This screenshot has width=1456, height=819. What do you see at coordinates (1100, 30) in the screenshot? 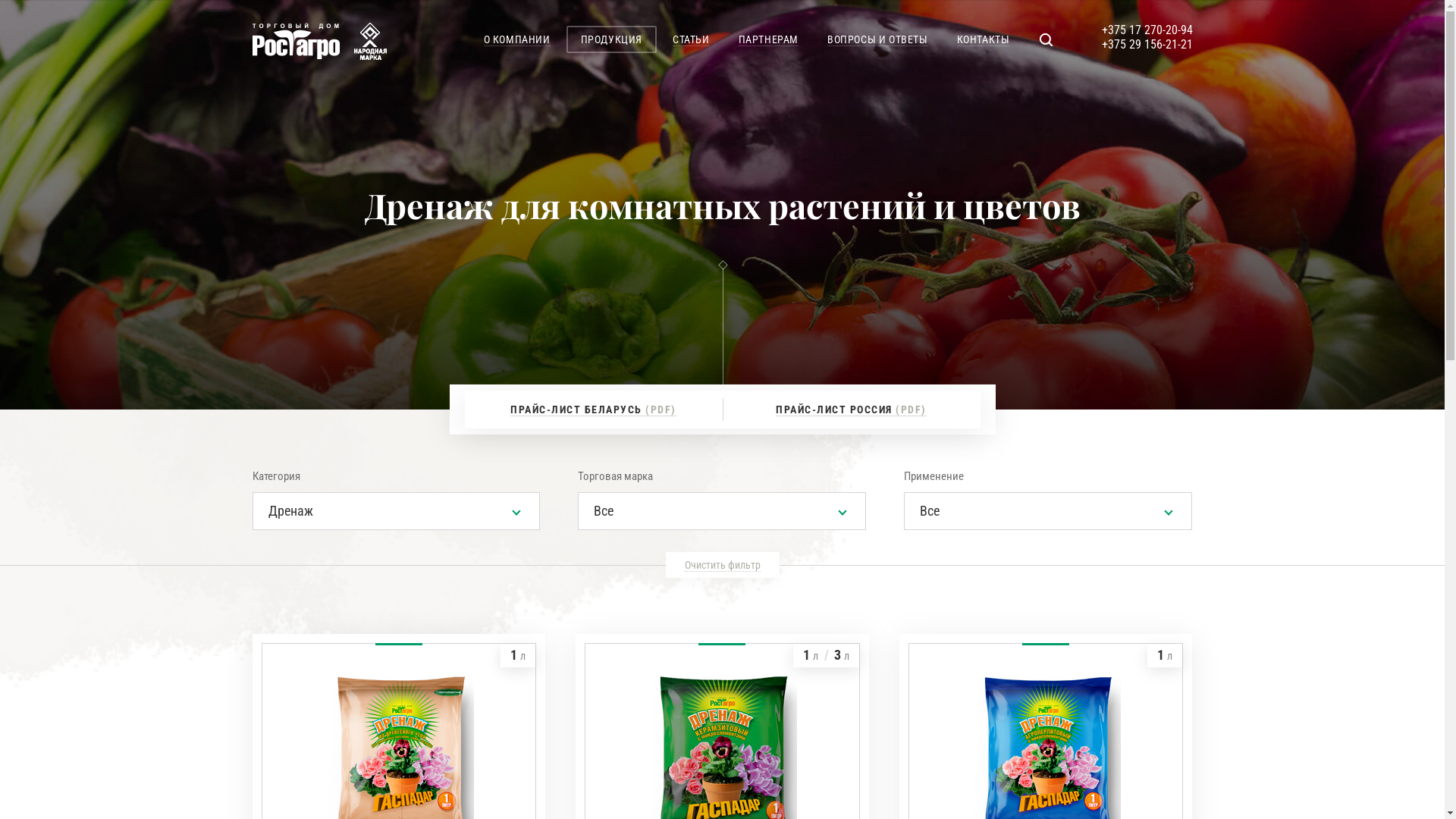
I see `'+375 17 270-20-94'` at bounding box center [1100, 30].